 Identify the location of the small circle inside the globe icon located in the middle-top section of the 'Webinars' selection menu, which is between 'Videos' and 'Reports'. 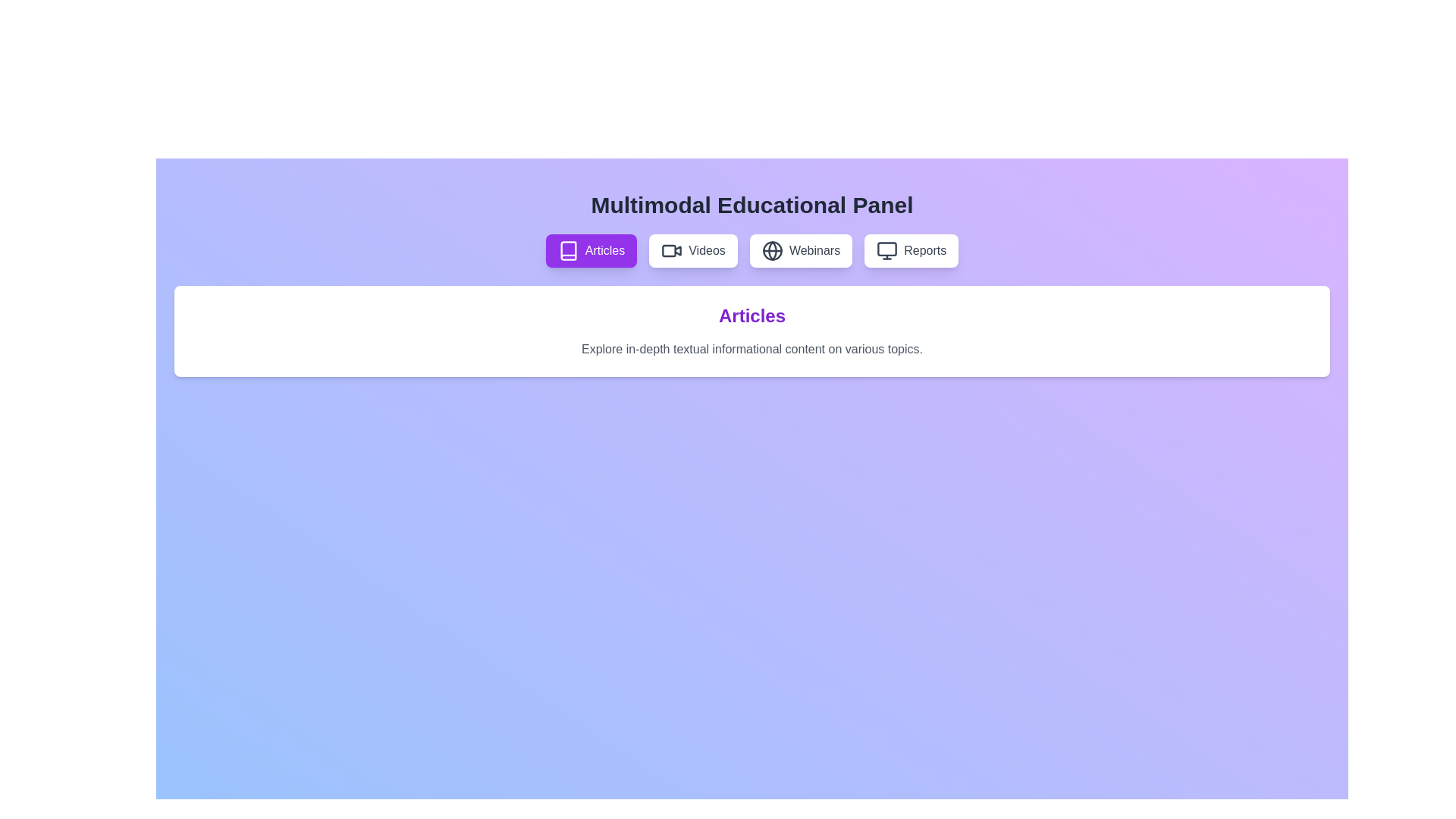
(772, 250).